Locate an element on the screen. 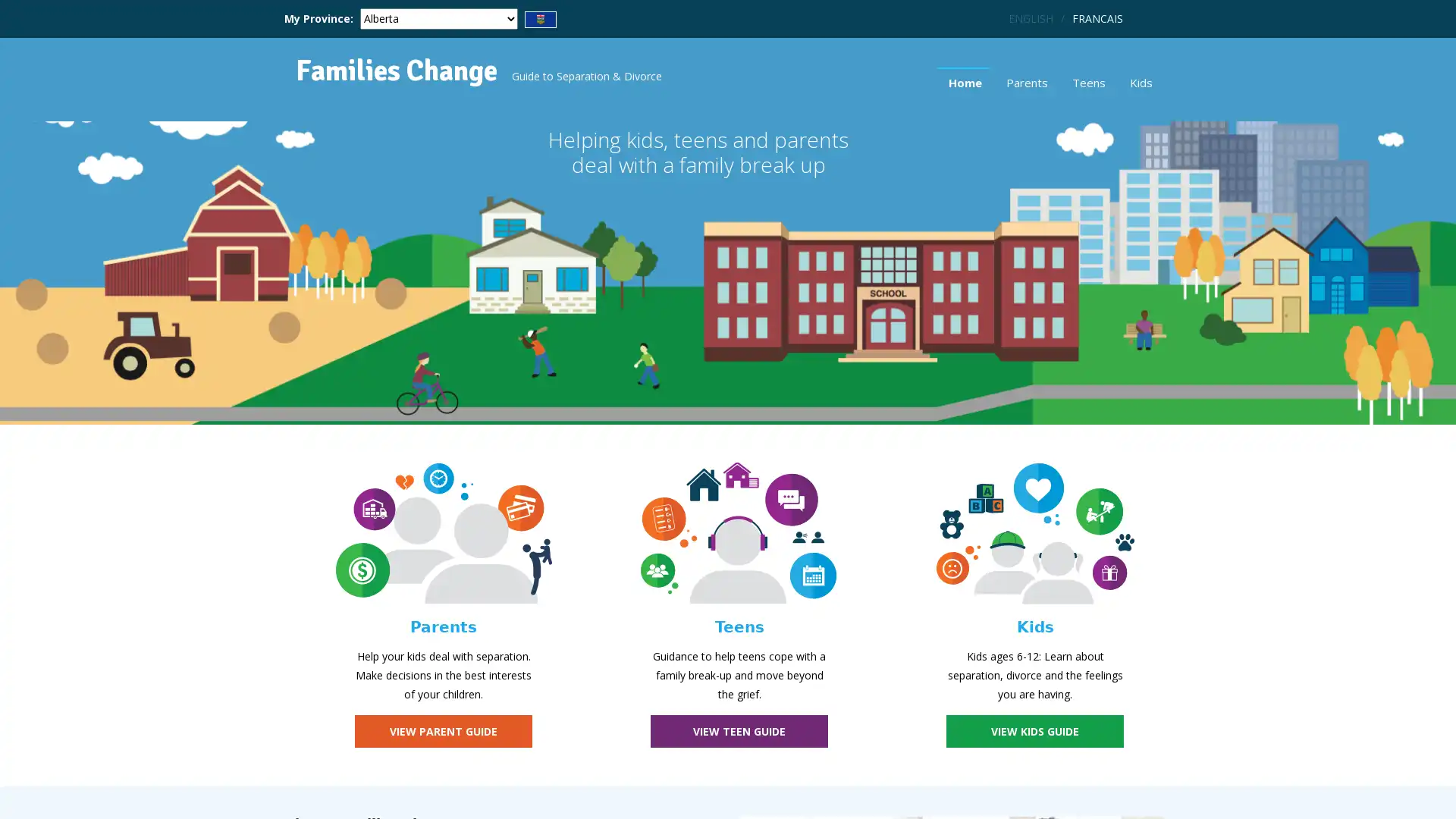 The height and width of the screenshot is (819, 1456). VIEW TEEN GUIDE is located at coordinates (739, 730).